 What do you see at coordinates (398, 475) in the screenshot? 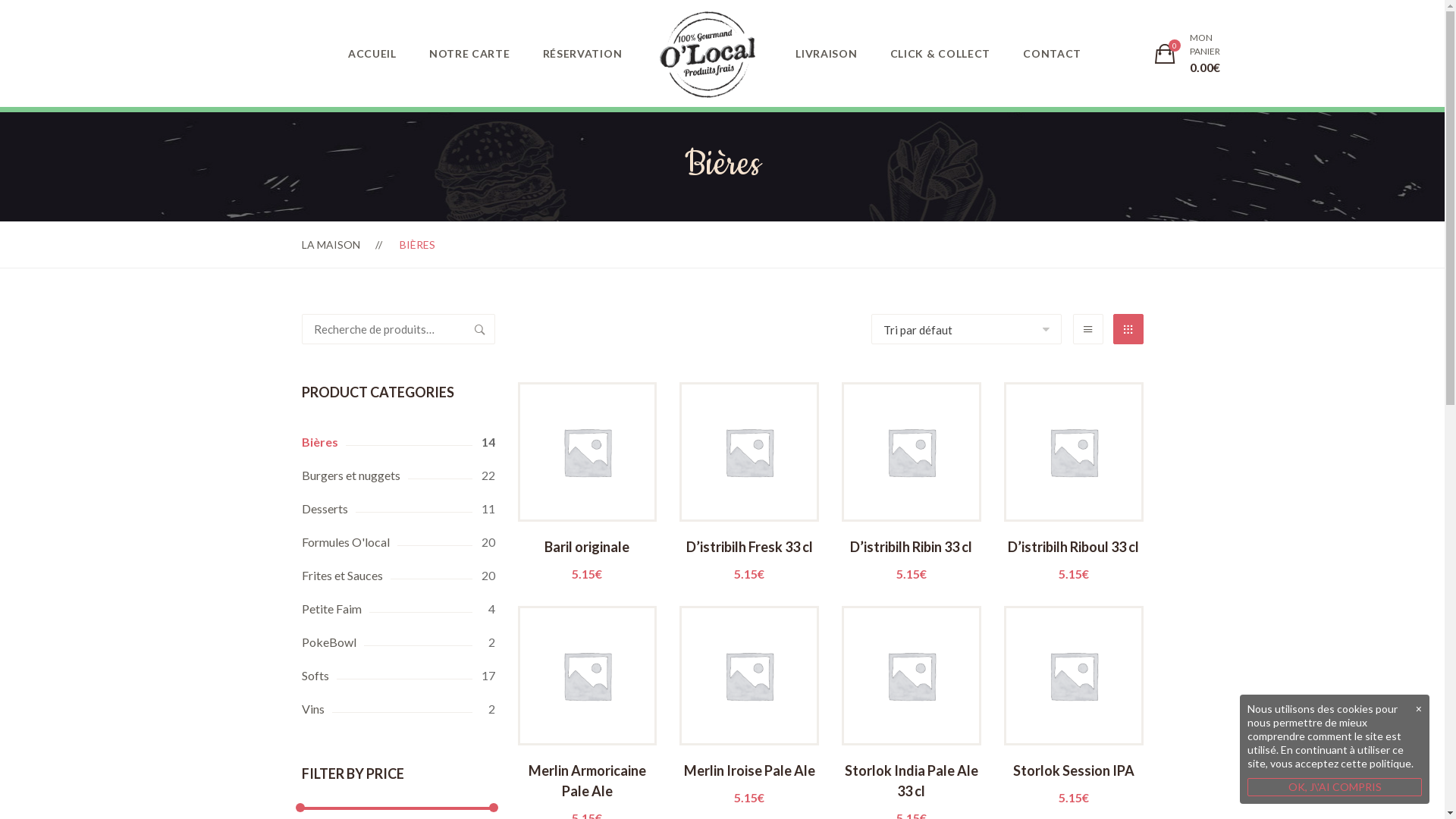
I see `'Burgers et nuggets'` at bounding box center [398, 475].